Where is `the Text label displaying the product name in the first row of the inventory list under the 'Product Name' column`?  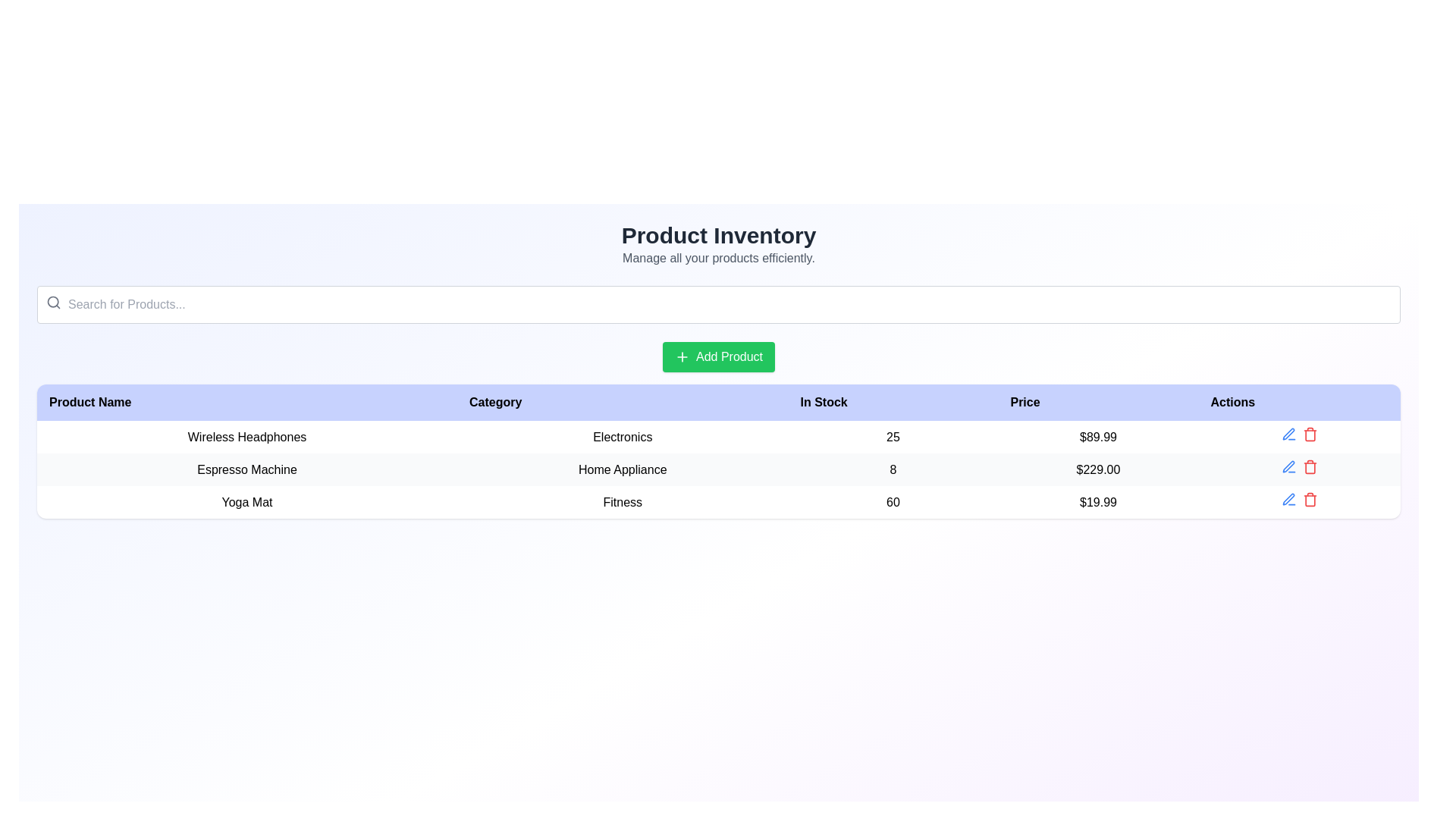
the Text label displaying the product name in the first row of the inventory list under the 'Product Name' column is located at coordinates (247, 437).